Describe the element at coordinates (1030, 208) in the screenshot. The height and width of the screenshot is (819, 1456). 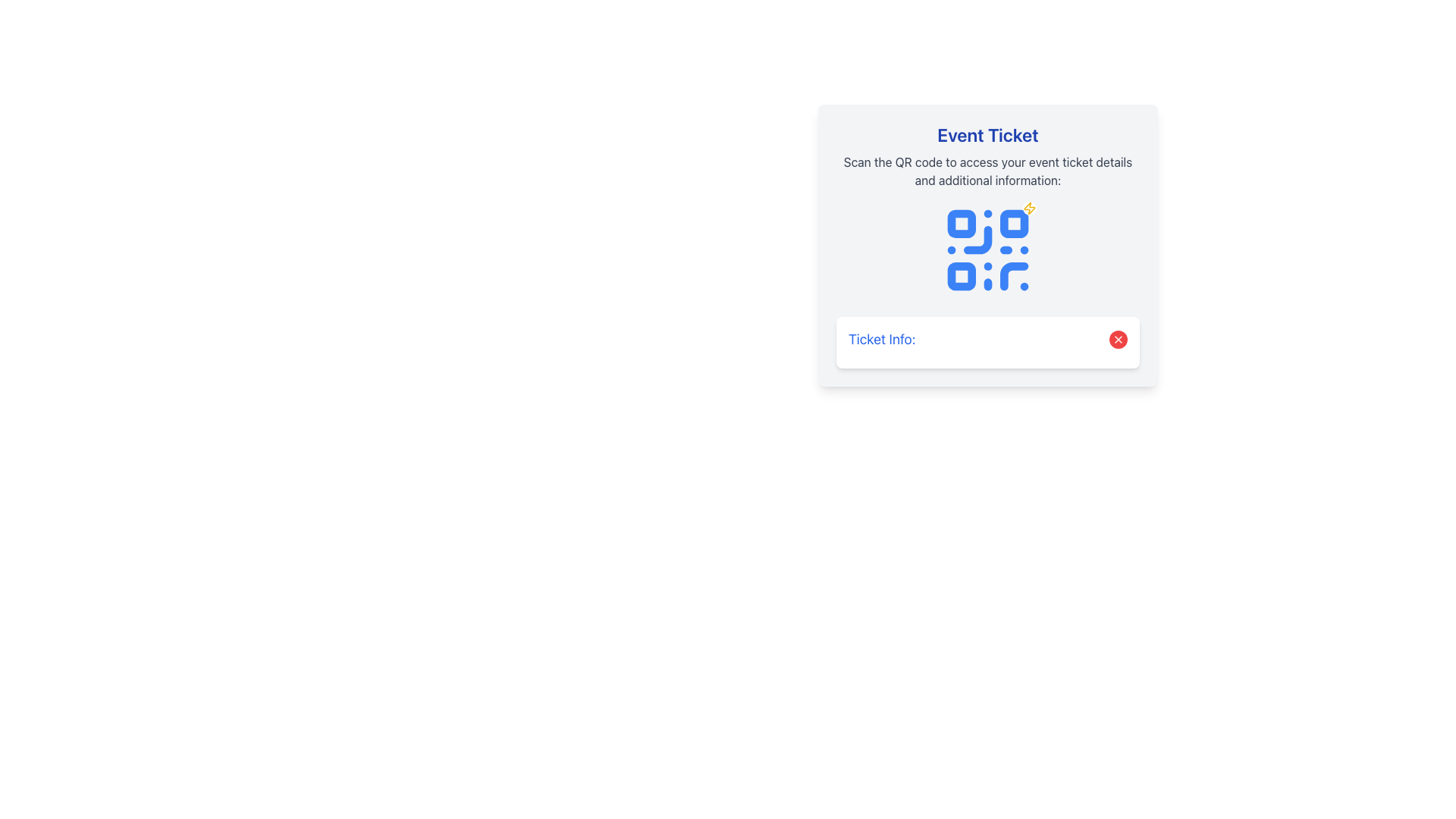
I see `the lightning bolt decorative icon in the upper-right corner of the QR code on the Event Ticket card` at that location.